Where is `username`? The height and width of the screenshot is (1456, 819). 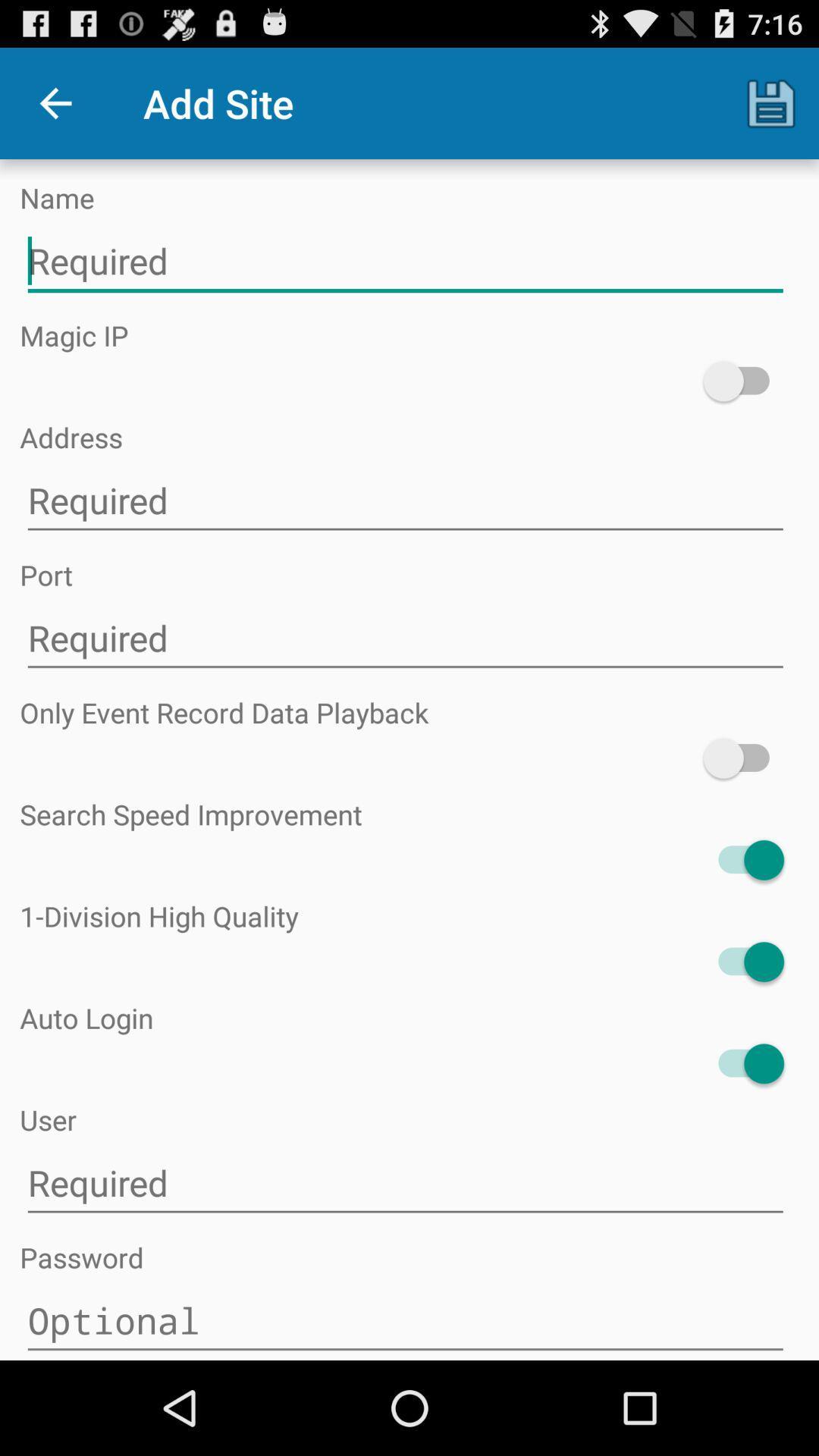 username is located at coordinates (404, 1182).